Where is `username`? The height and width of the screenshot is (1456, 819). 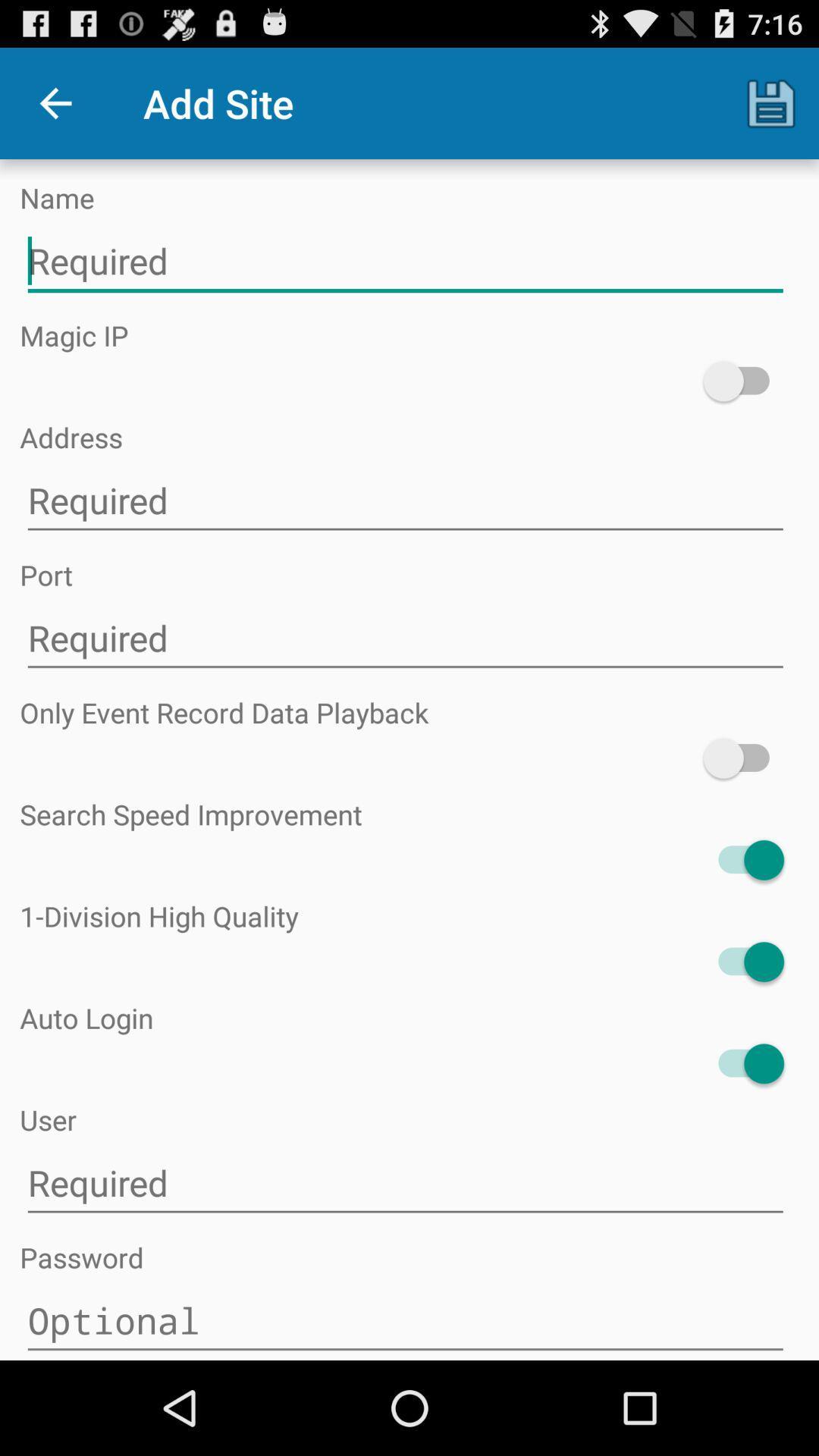 username is located at coordinates (404, 1182).